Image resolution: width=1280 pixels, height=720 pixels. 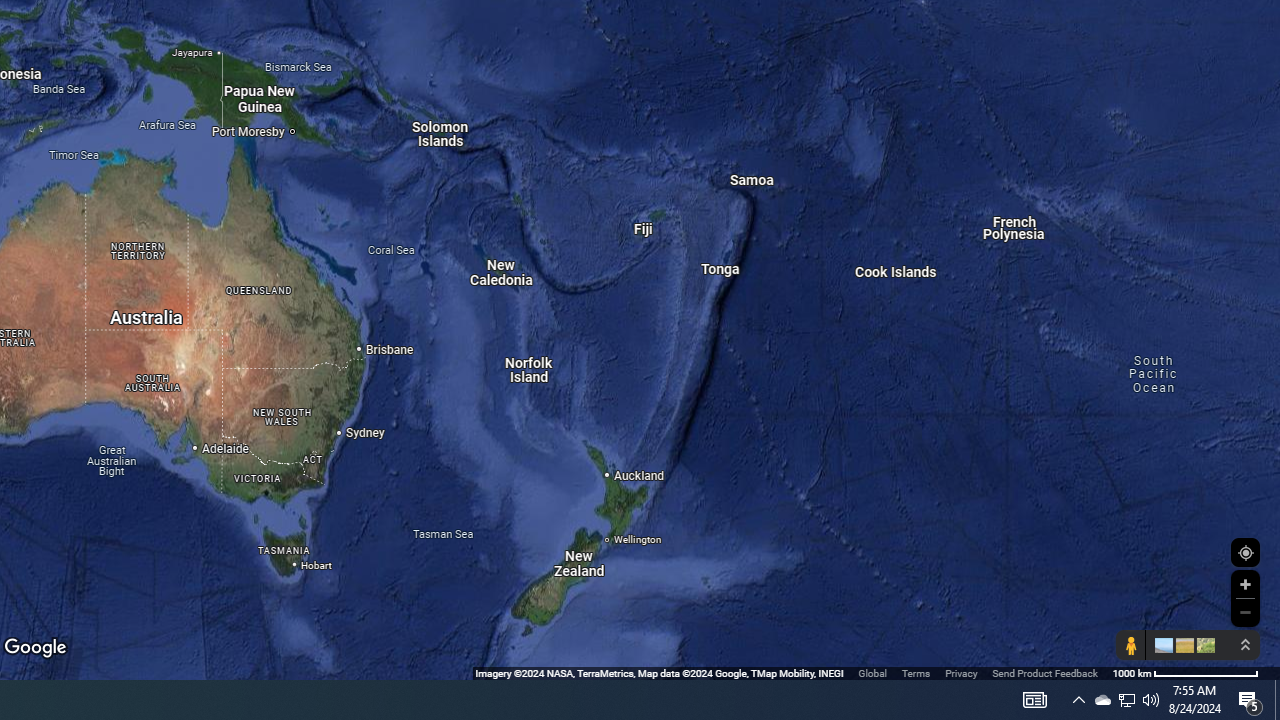 What do you see at coordinates (915, 673) in the screenshot?
I see `'Terms'` at bounding box center [915, 673].